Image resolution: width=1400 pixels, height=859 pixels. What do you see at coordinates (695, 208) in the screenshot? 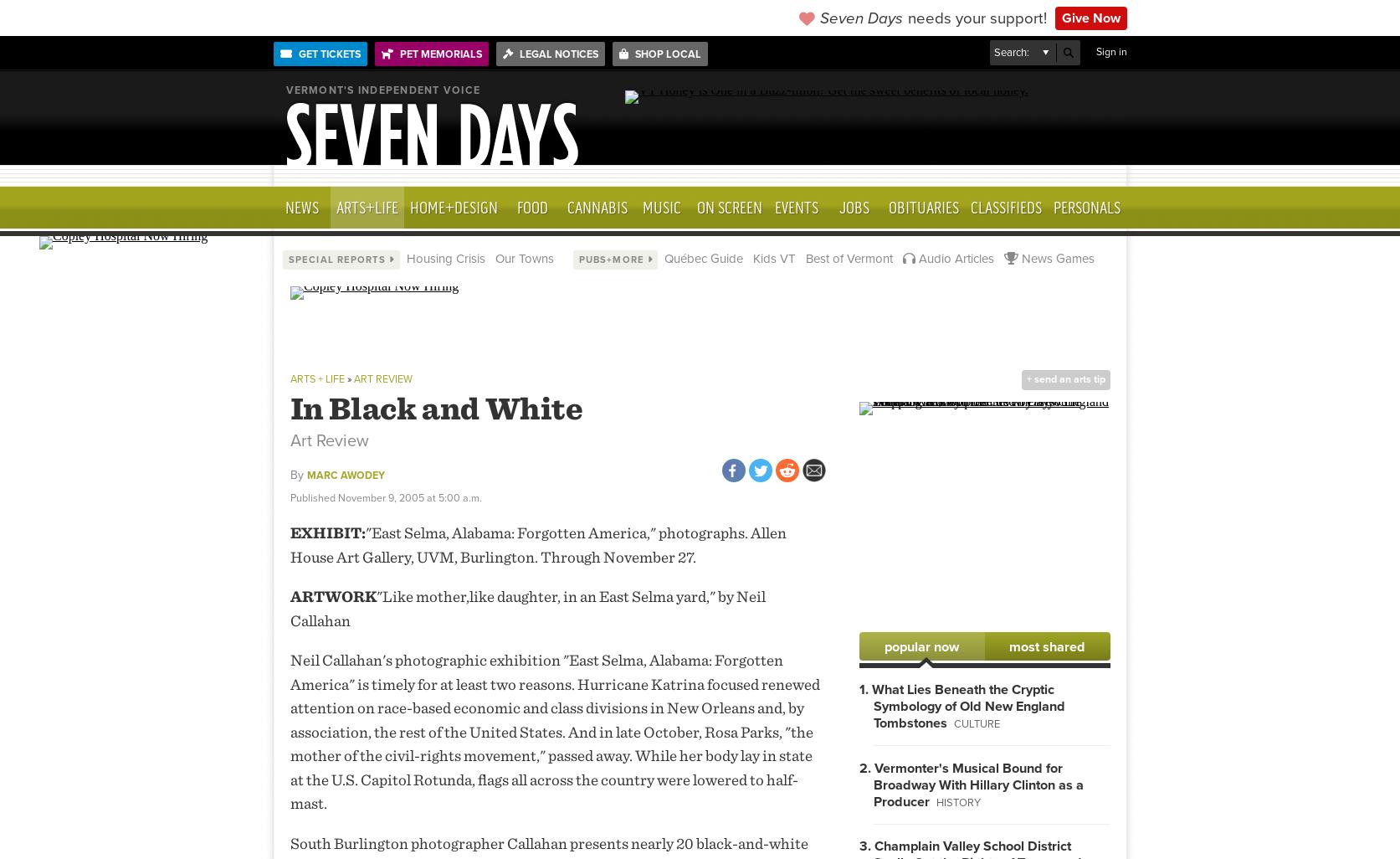
I see `'On Screen'` at bounding box center [695, 208].